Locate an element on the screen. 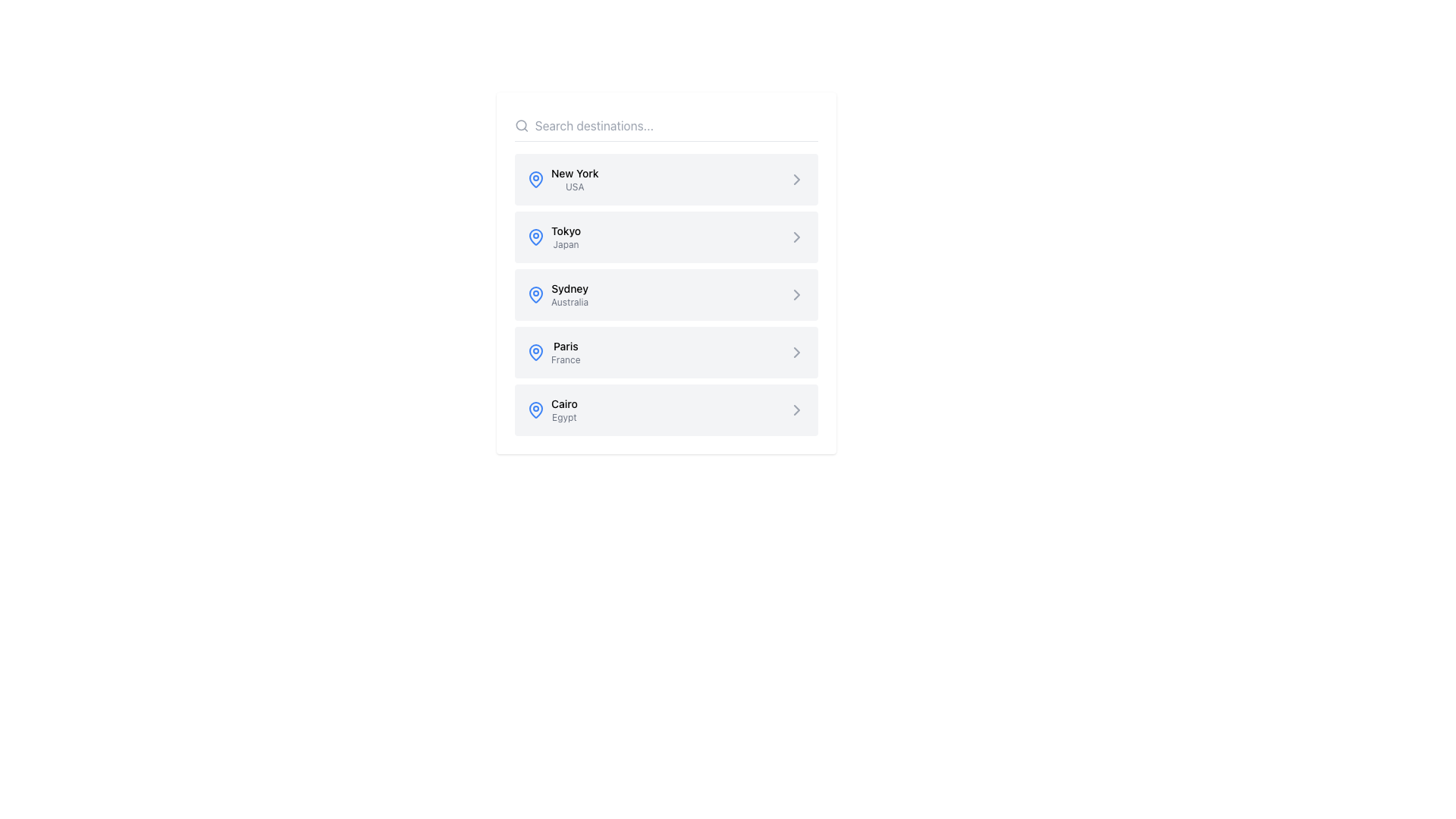 The height and width of the screenshot is (819, 1456). the navigation icon located at the far-right end of the row labeled 'Sydney' and 'Australia' is located at coordinates (796, 295).